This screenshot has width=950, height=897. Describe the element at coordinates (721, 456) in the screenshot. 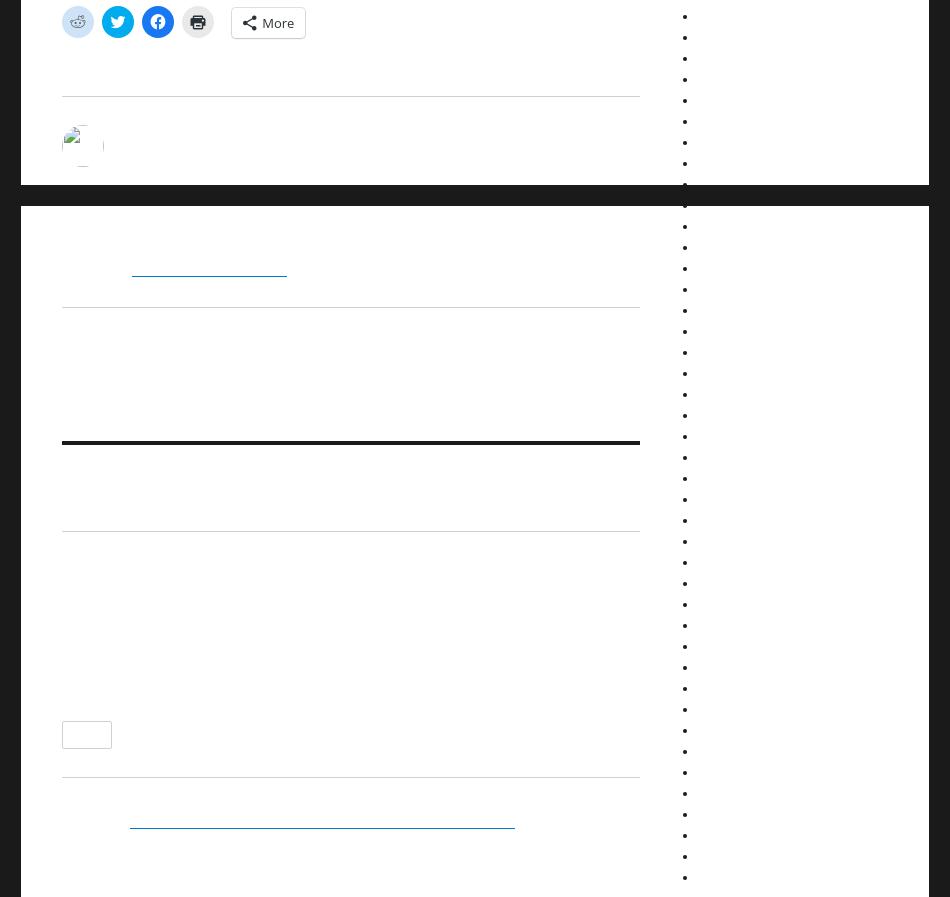

I see `'July 2015'` at that location.